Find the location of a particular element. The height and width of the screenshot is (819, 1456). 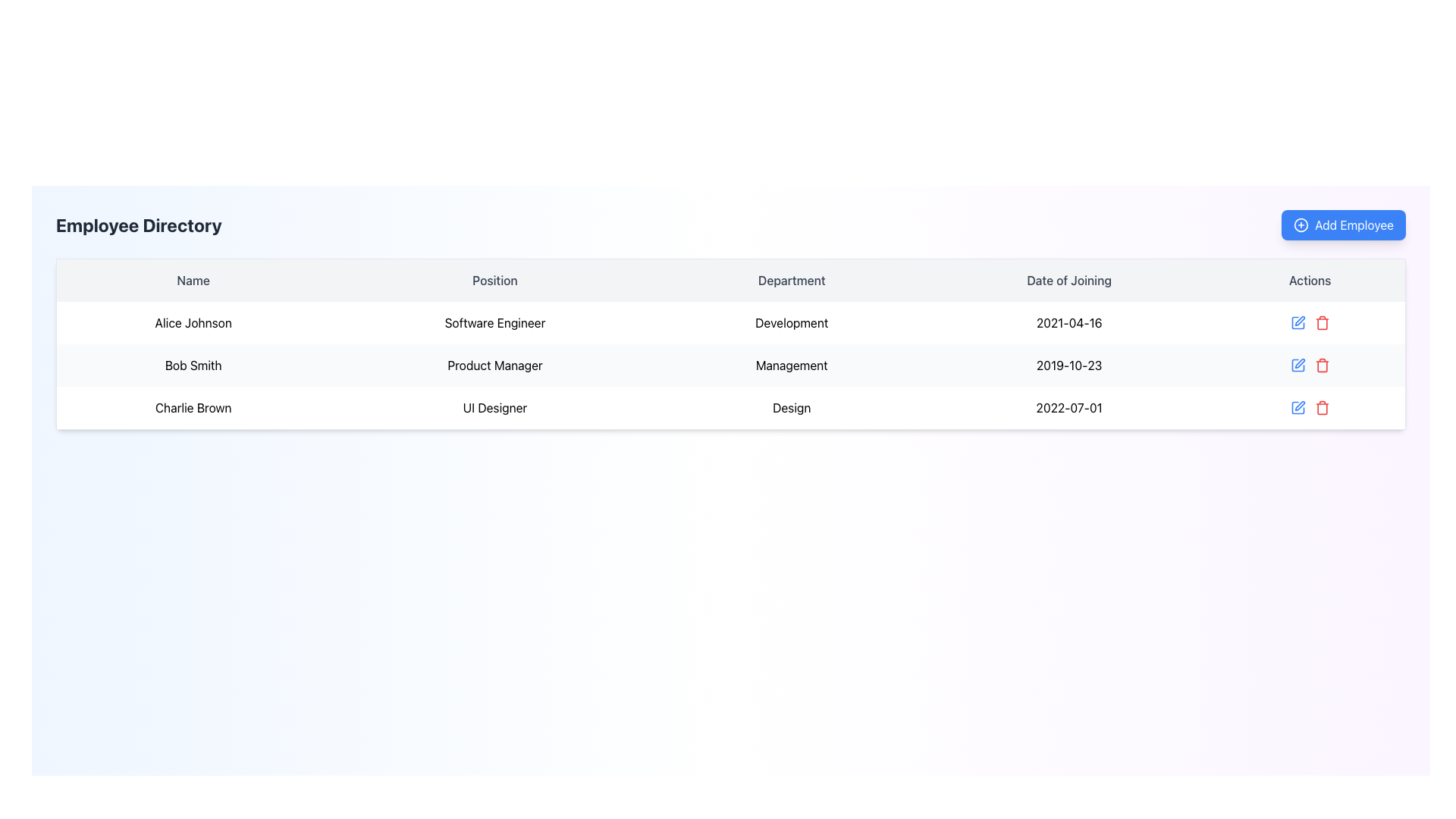

the header text label indicating joining dates, which is the fourth column in the table header, located between 'Department' and 'Actions' is located at coordinates (1068, 280).